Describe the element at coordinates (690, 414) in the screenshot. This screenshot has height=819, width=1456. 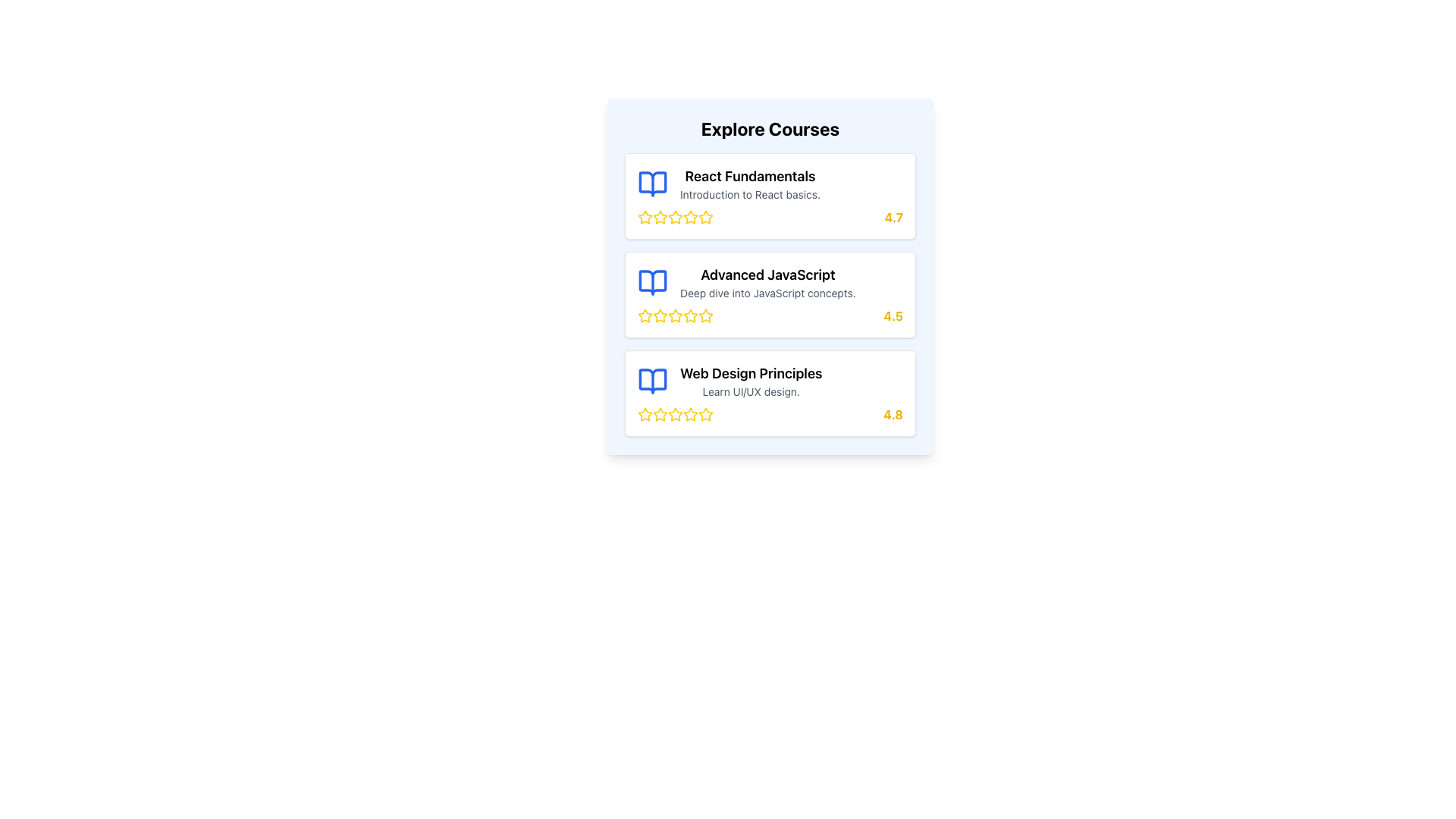
I see `the third star icon representing a rating value in the 'Web Design Principles' course card, located in the 'Explore Courses' section` at that location.